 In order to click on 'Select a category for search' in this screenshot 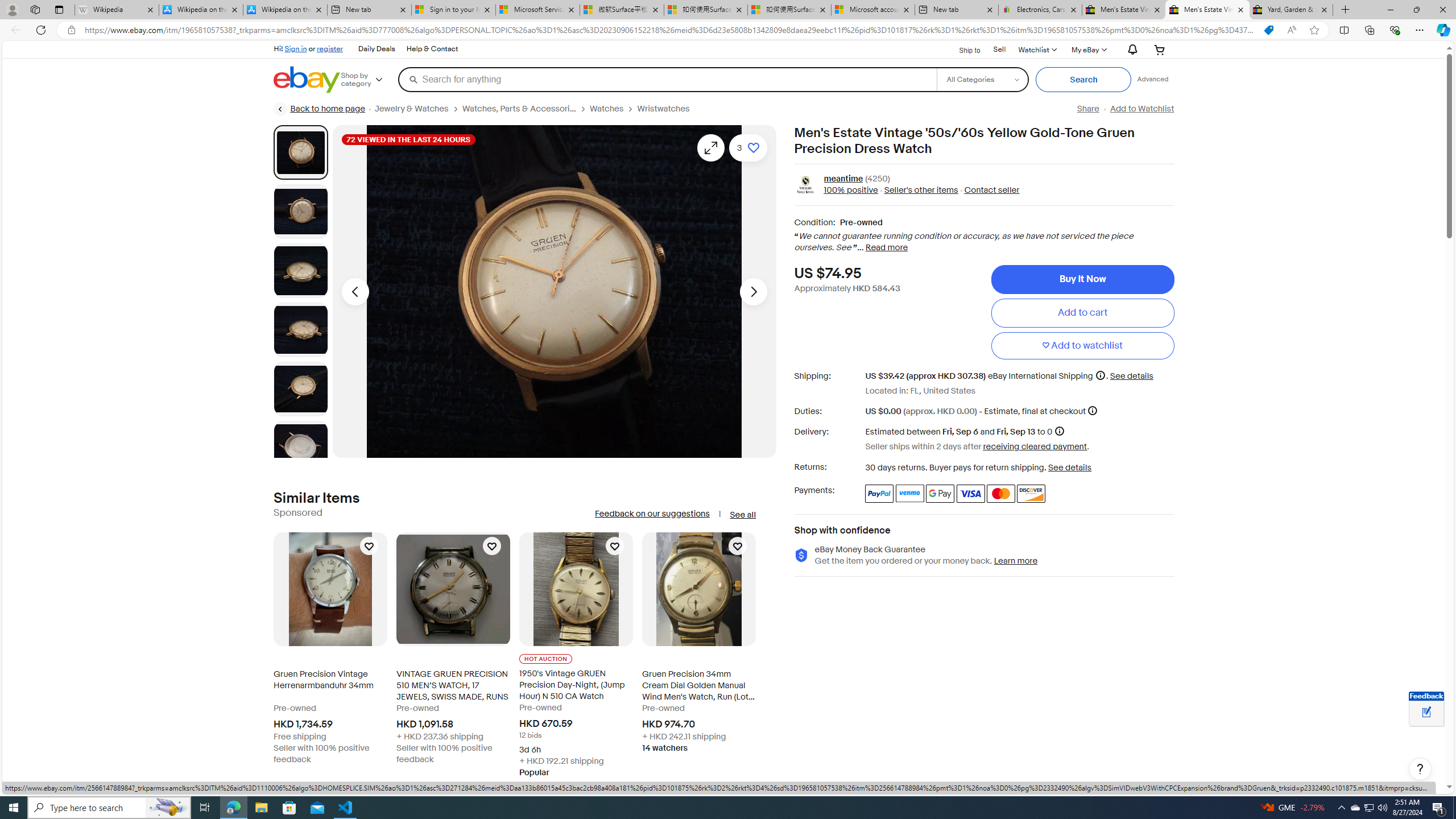, I will do `click(981, 78)`.